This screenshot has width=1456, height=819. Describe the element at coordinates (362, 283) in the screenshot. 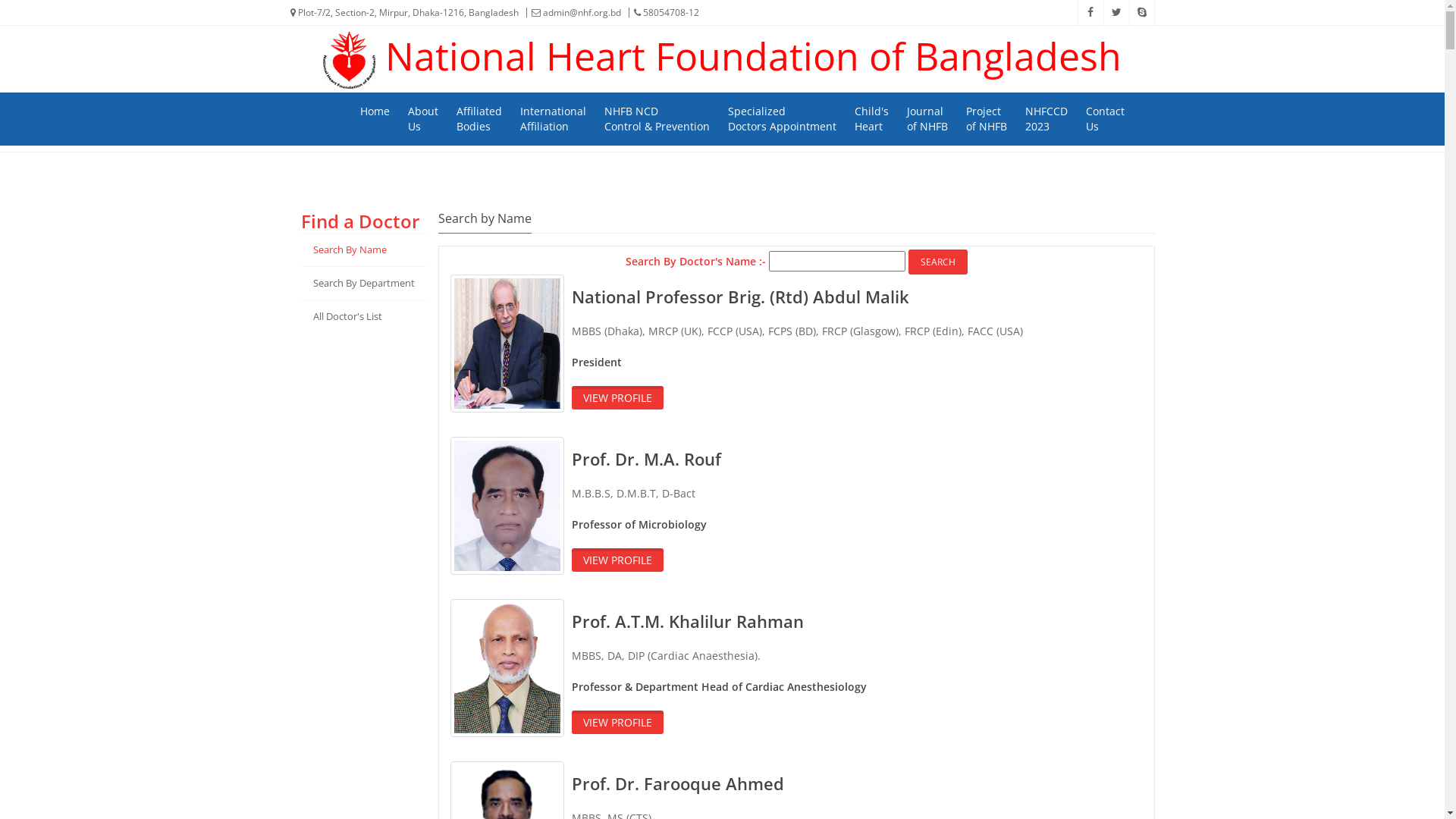

I see `'Search By Department'` at that location.